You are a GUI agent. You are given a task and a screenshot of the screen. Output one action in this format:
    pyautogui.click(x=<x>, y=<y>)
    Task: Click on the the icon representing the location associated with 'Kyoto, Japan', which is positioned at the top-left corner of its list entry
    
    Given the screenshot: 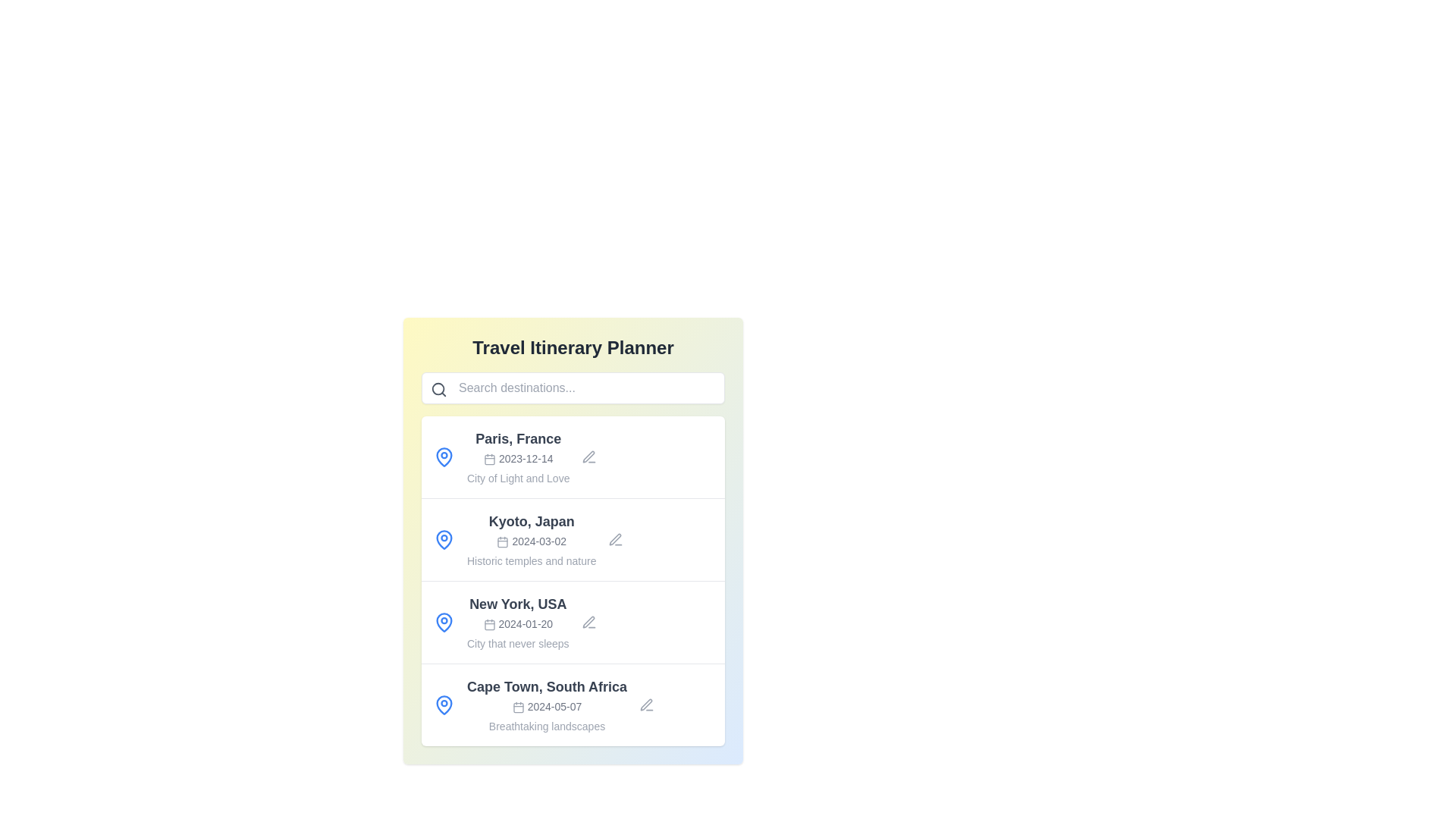 What is the action you would take?
    pyautogui.click(x=443, y=539)
    